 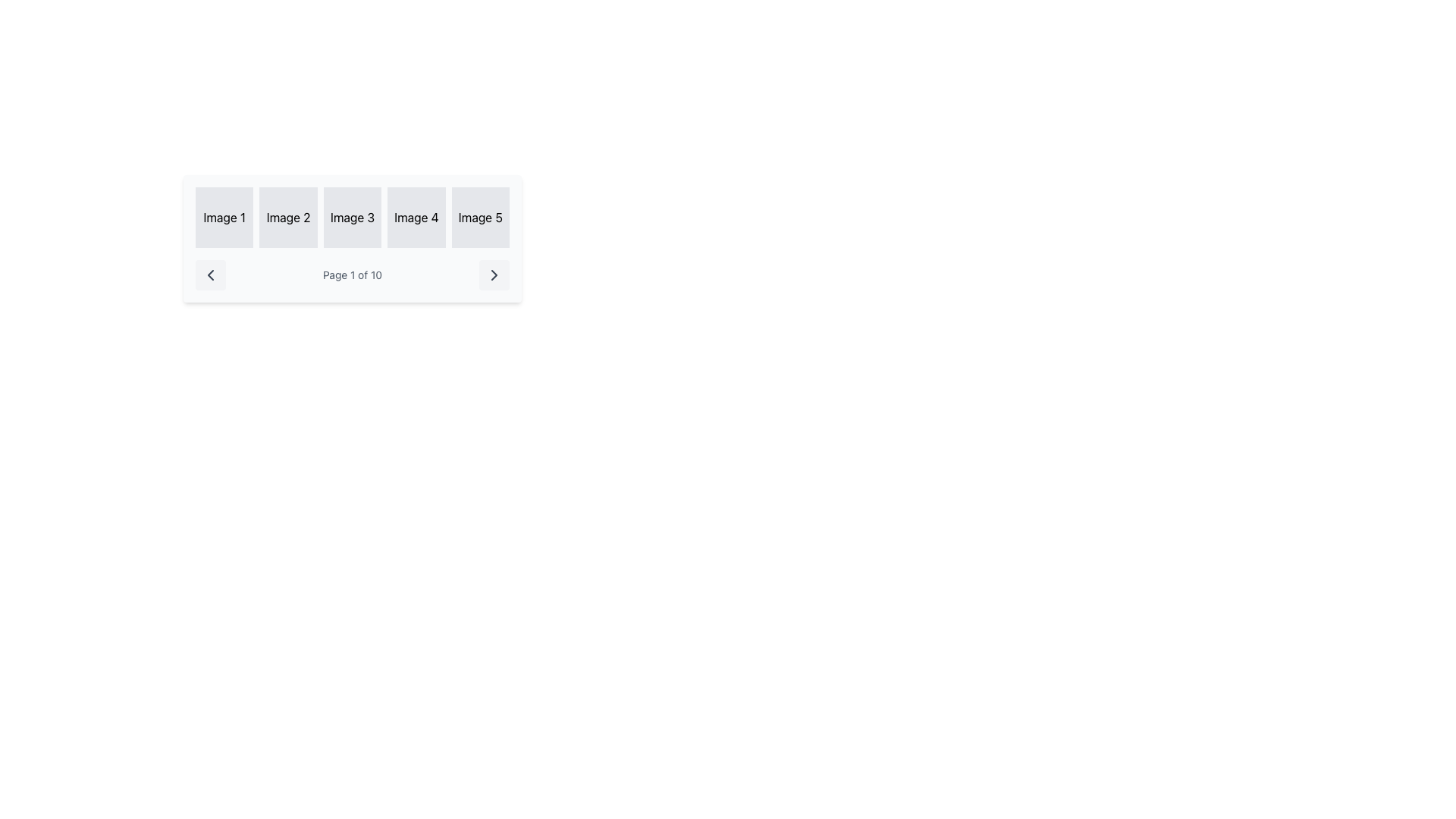 I want to click on the small square button with a rounded background and a right-facing chevron icon, so click(x=494, y=275).